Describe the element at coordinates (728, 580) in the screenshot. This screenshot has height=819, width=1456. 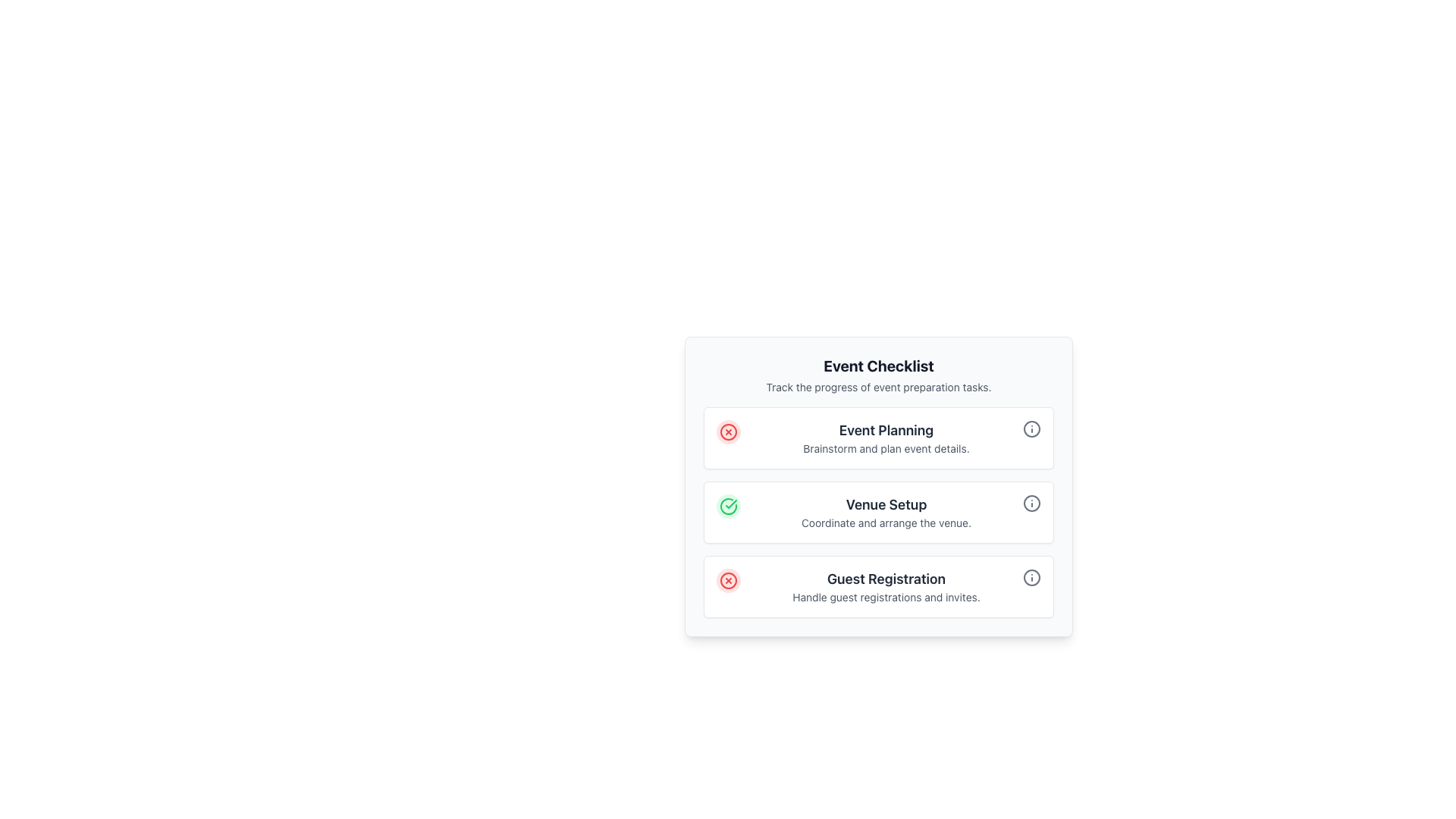
I see `the Status Indicator Circle that signals an incomplete or negative state for the Guest Registration task, located on the left side of the horizontal layout next to textual labels` at that location.